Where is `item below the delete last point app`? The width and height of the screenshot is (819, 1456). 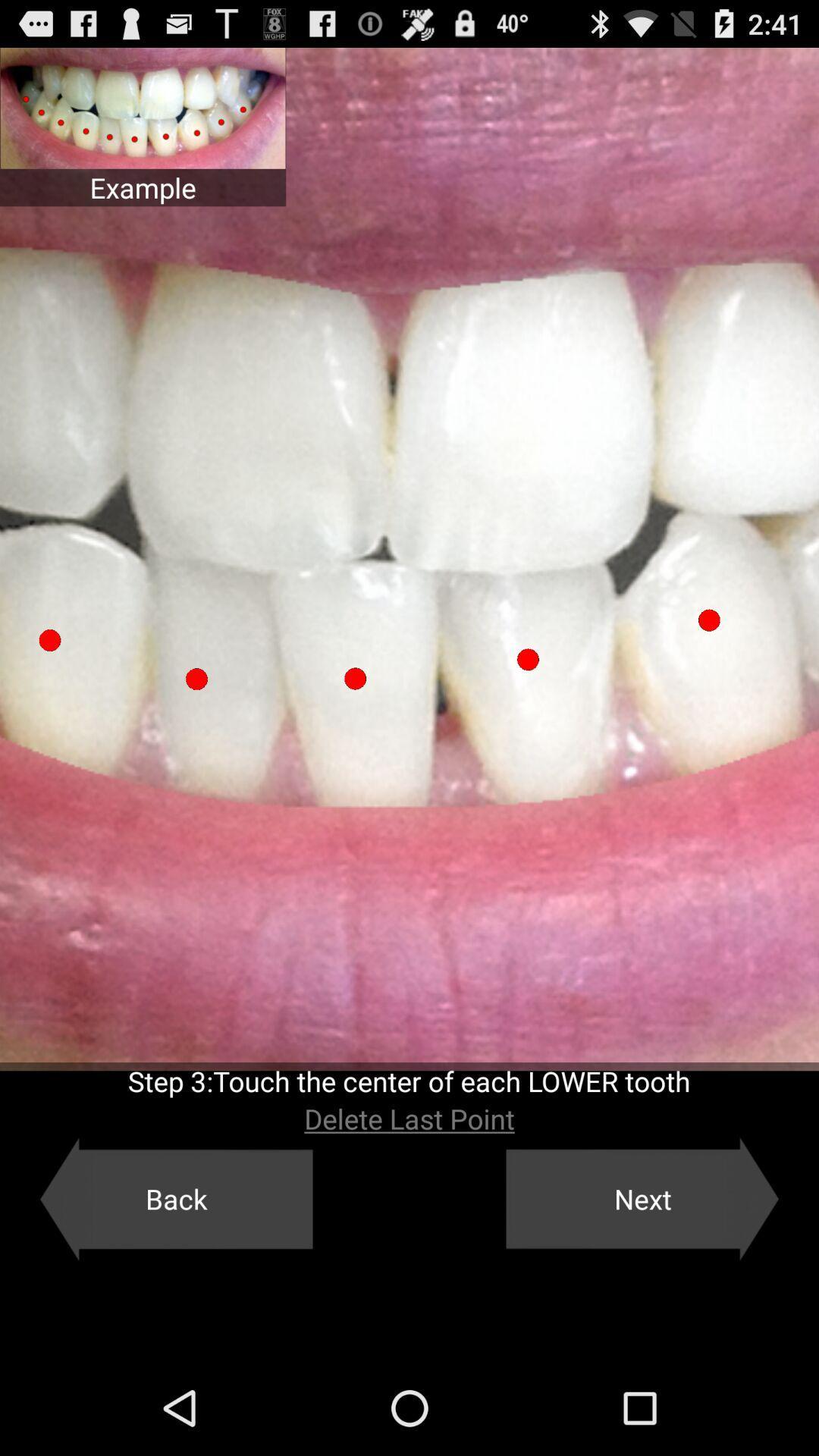
item below the delete last point app is located at coordinates (175, 1198).